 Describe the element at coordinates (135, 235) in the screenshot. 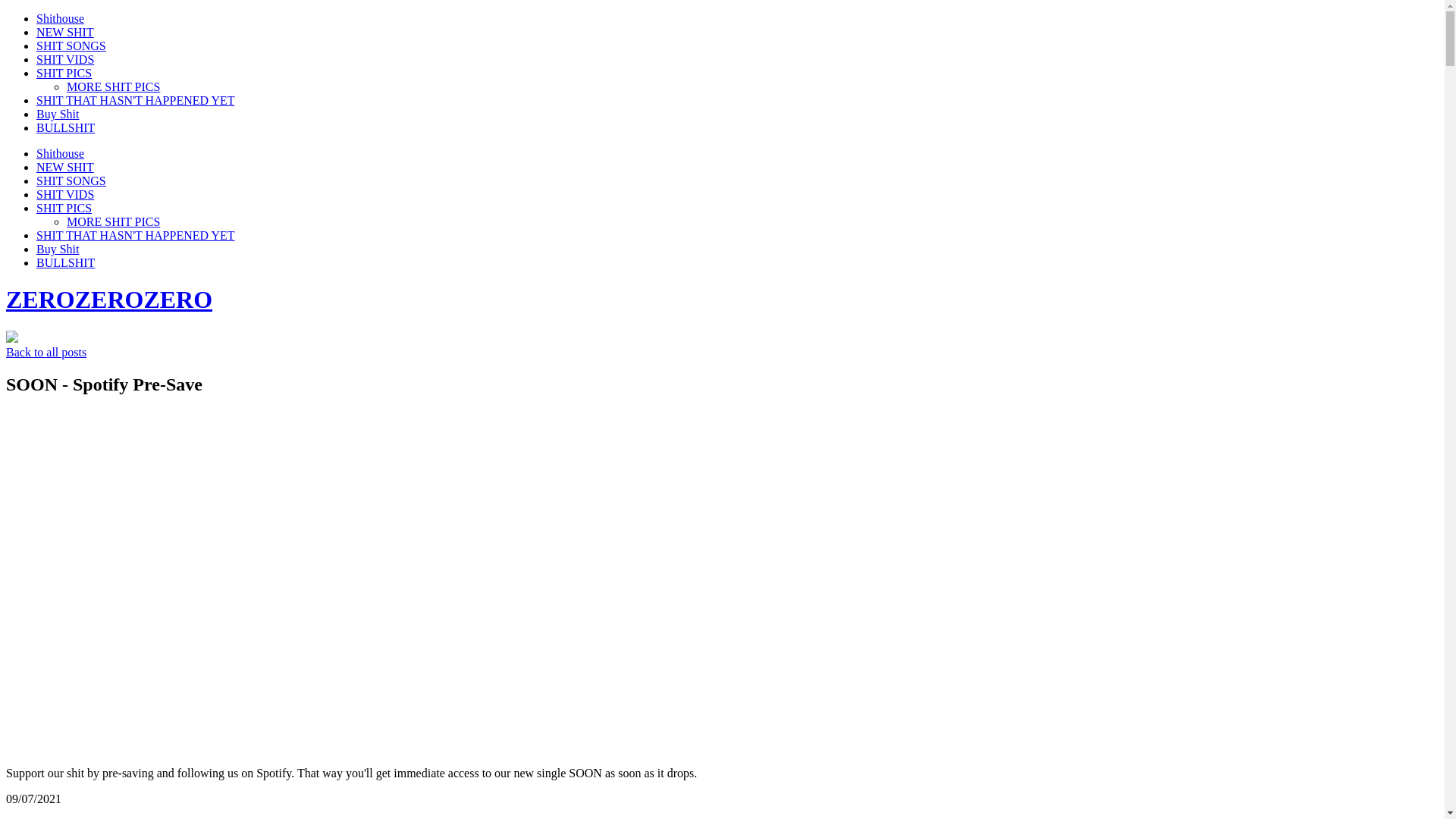

I see `'SHIT THAT HASN'T HAPPENED YET'` at that location.